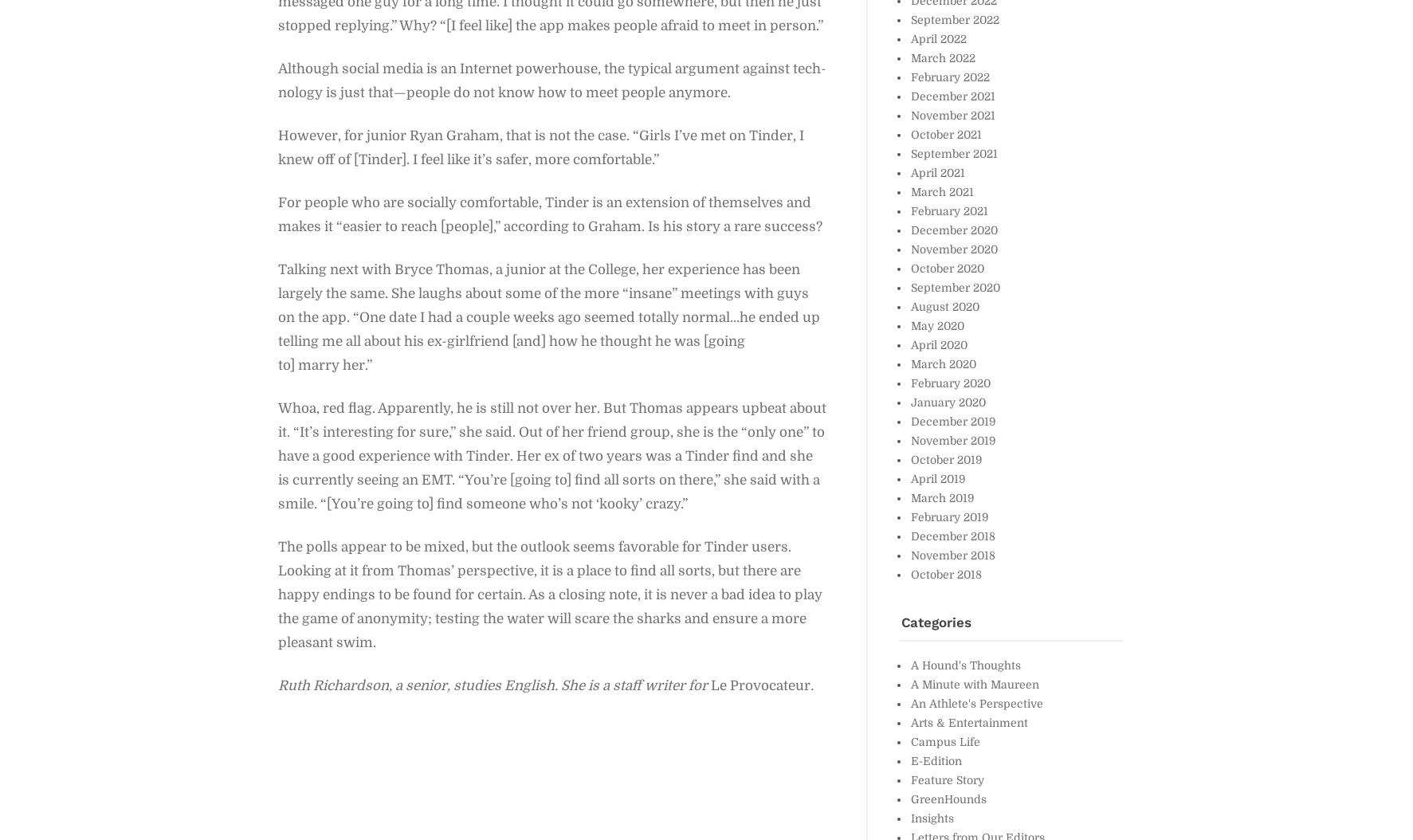  What do you see at coordinates (952, 536) in the screenshot?
I see `'De­cem­ber 2018'` at bounding box center [952, 536].